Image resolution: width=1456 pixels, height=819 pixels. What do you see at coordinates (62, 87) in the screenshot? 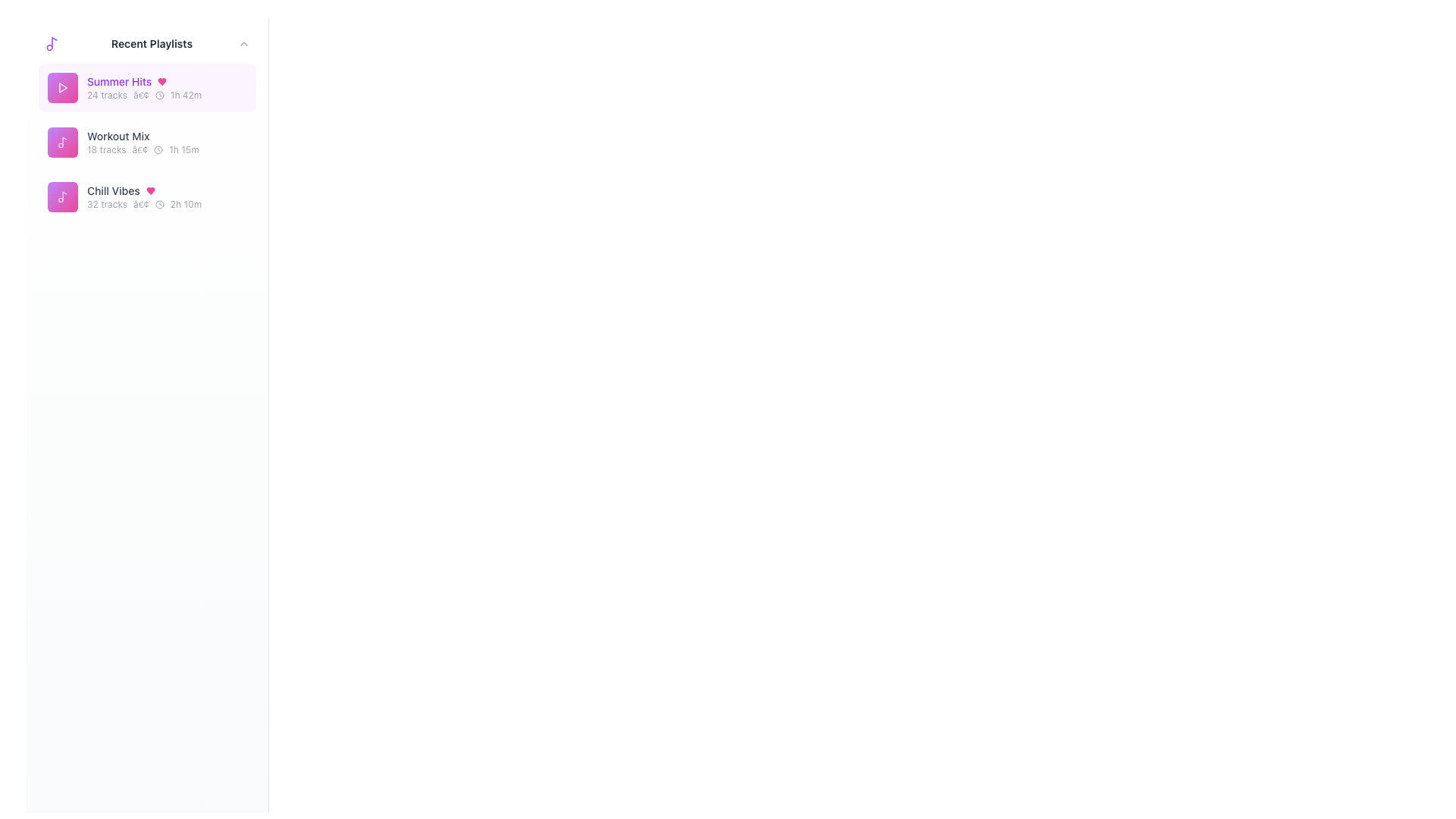
I see `the 'play' icon, which is a vector graphical element indicating media playback, located beside the 'Summer Hits' playlist entry` at bounding box center [62, 87].